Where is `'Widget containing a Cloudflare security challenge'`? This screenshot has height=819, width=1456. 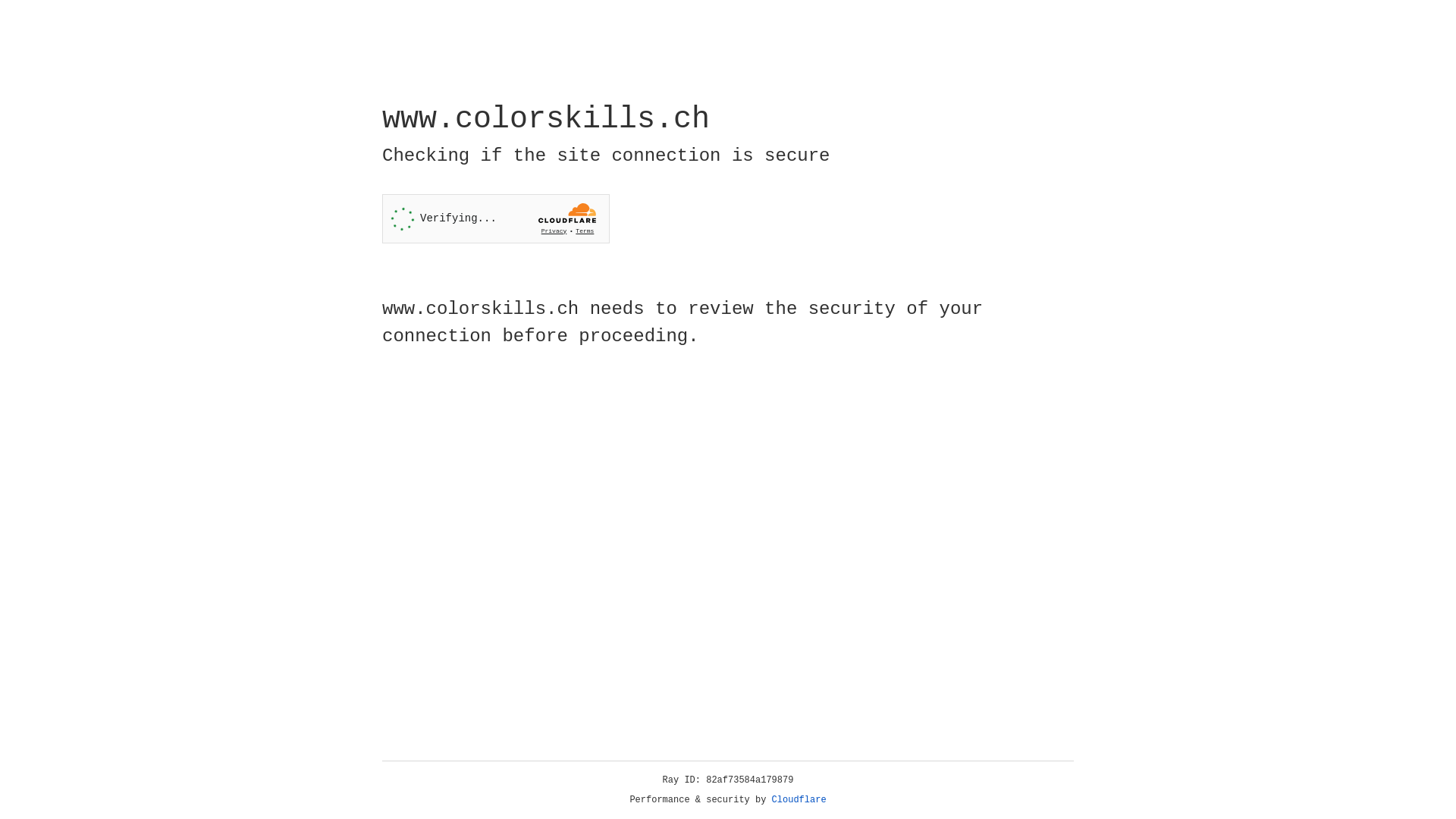
'Widget containing a Cloudflare security challenge' is located at coordinates (495, 218).